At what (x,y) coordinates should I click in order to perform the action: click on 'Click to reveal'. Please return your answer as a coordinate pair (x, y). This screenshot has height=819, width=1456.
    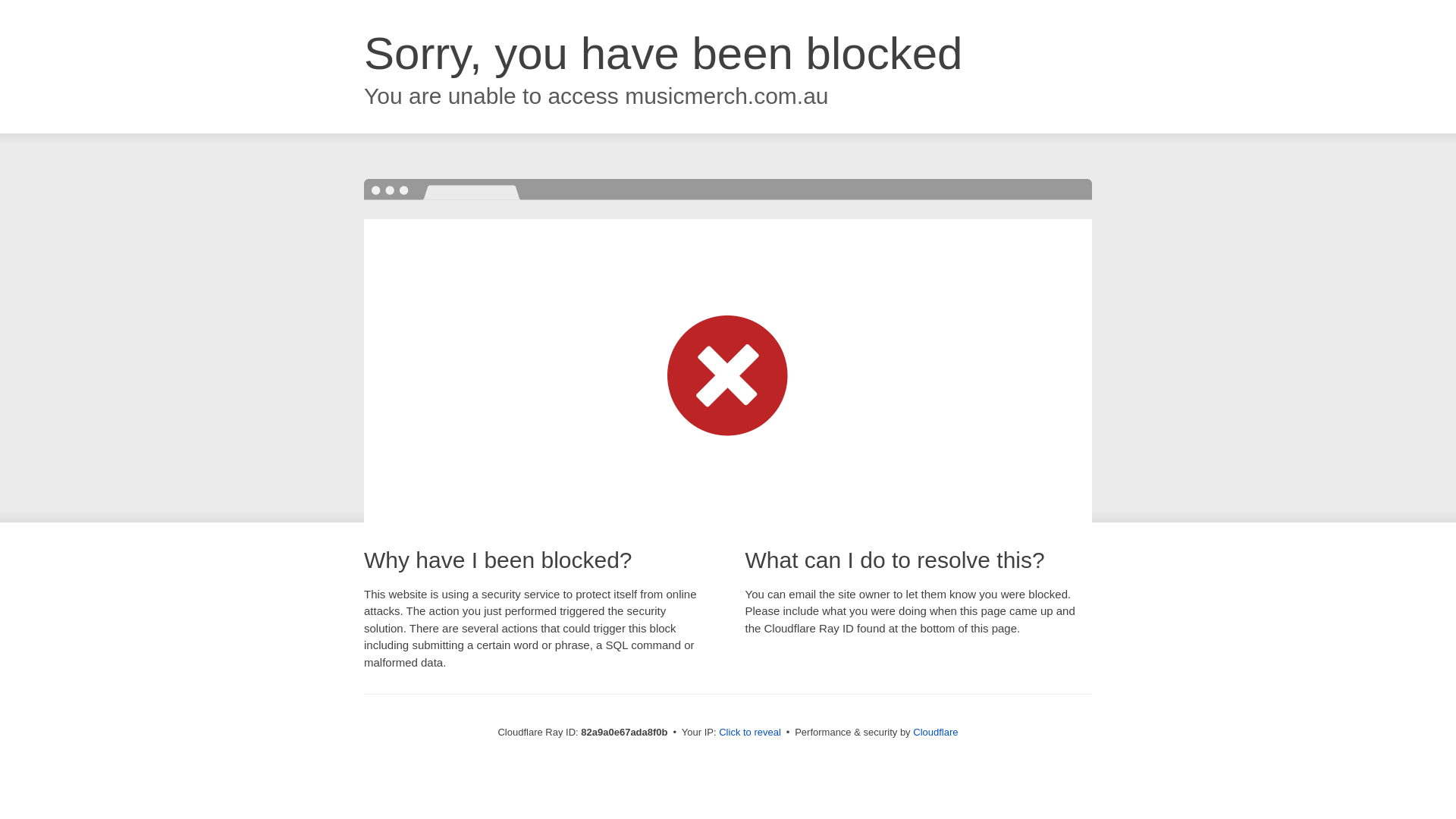
    Looking at the image, I should click on (749, 731).